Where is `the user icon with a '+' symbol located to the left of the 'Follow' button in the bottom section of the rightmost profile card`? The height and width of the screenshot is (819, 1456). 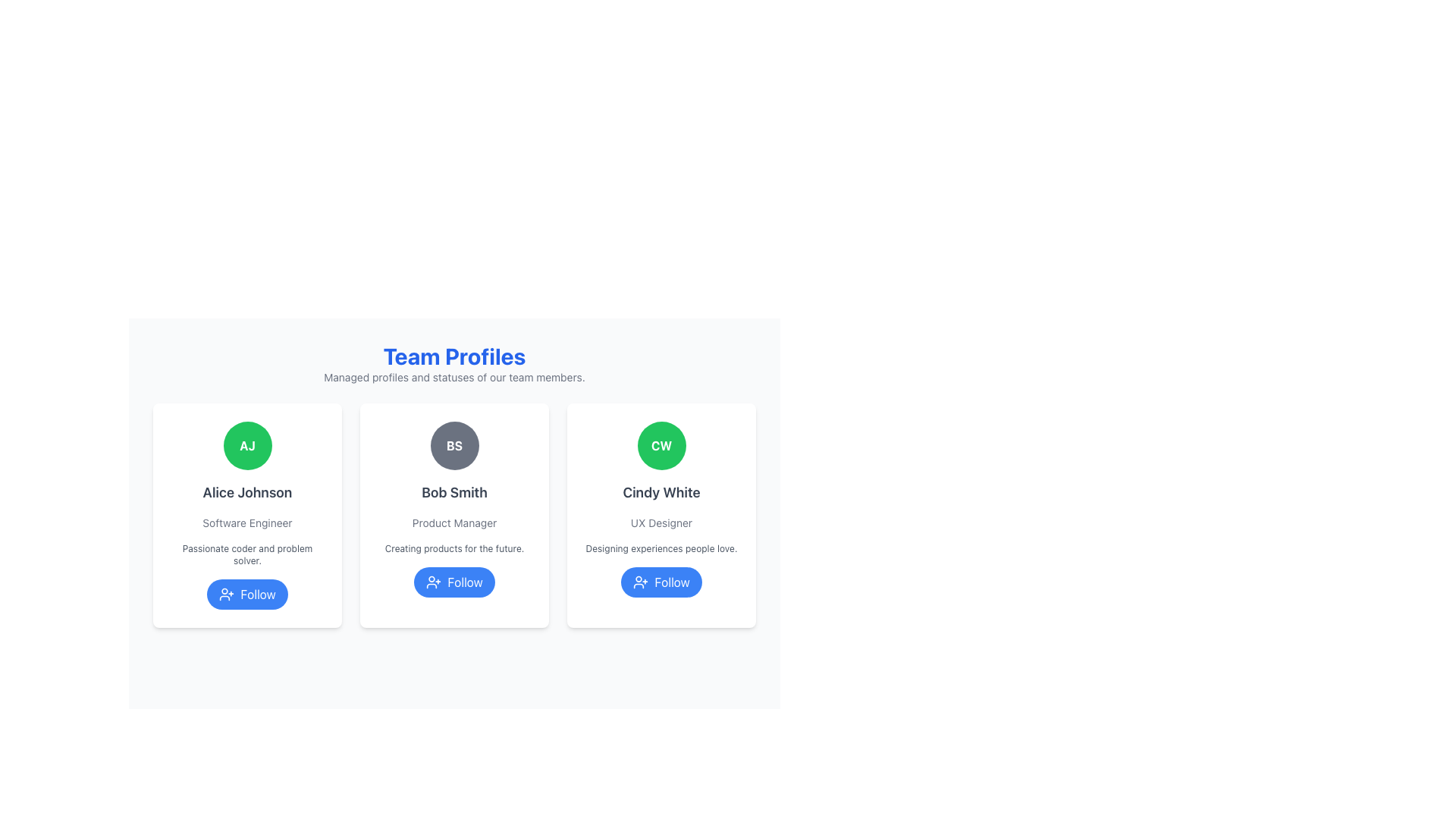 the user icon with a '+' symbol located to the left of the 'Follow' button in the bottom section of the rightmost profile card is located at coordinates (641, 581).